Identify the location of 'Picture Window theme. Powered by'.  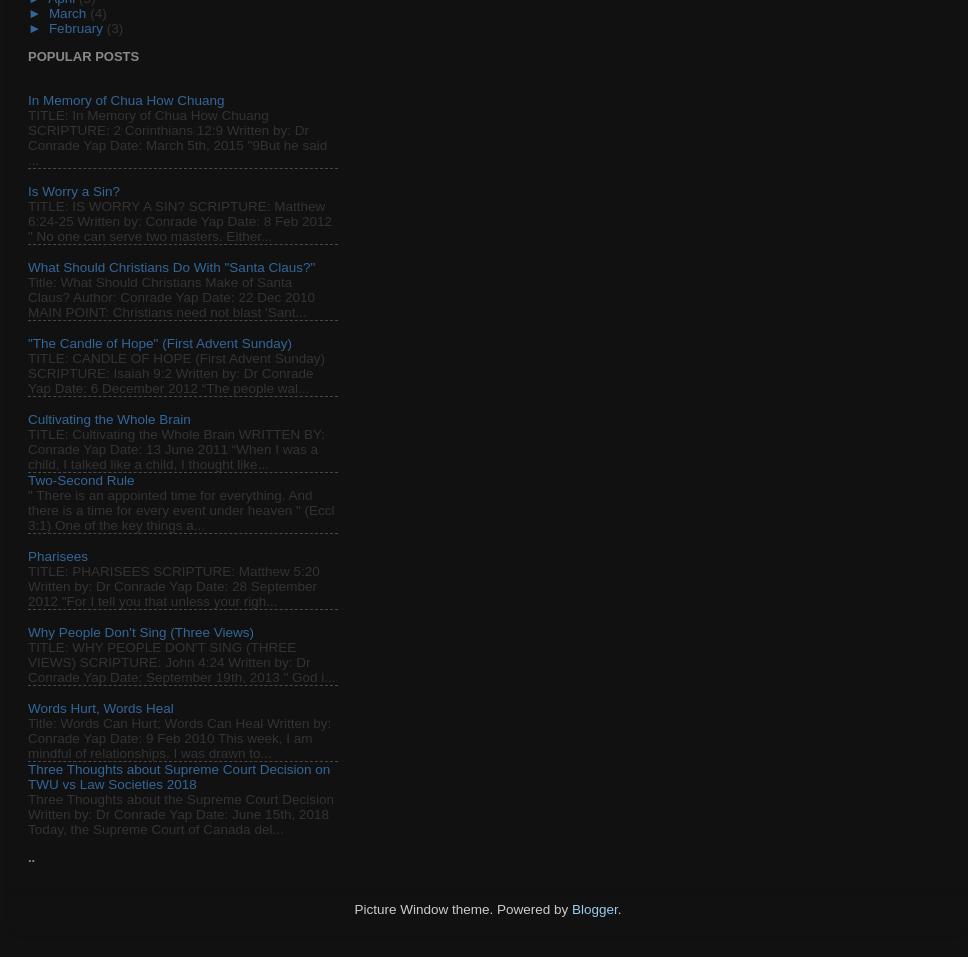
(461, 908).